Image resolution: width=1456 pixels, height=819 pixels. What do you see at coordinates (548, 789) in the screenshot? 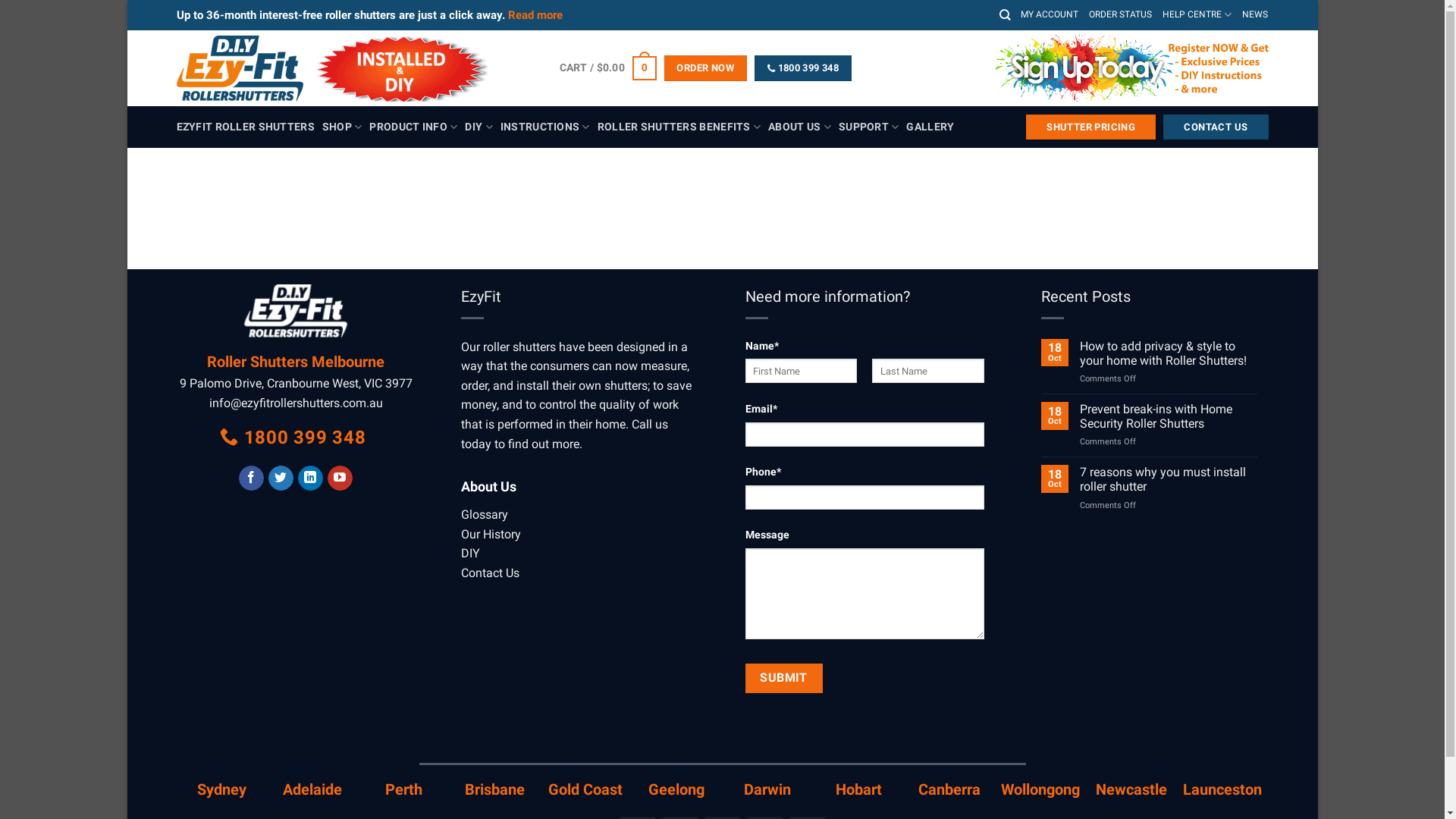
I see `'Gold Coast'` at bounding box center [548, 789].